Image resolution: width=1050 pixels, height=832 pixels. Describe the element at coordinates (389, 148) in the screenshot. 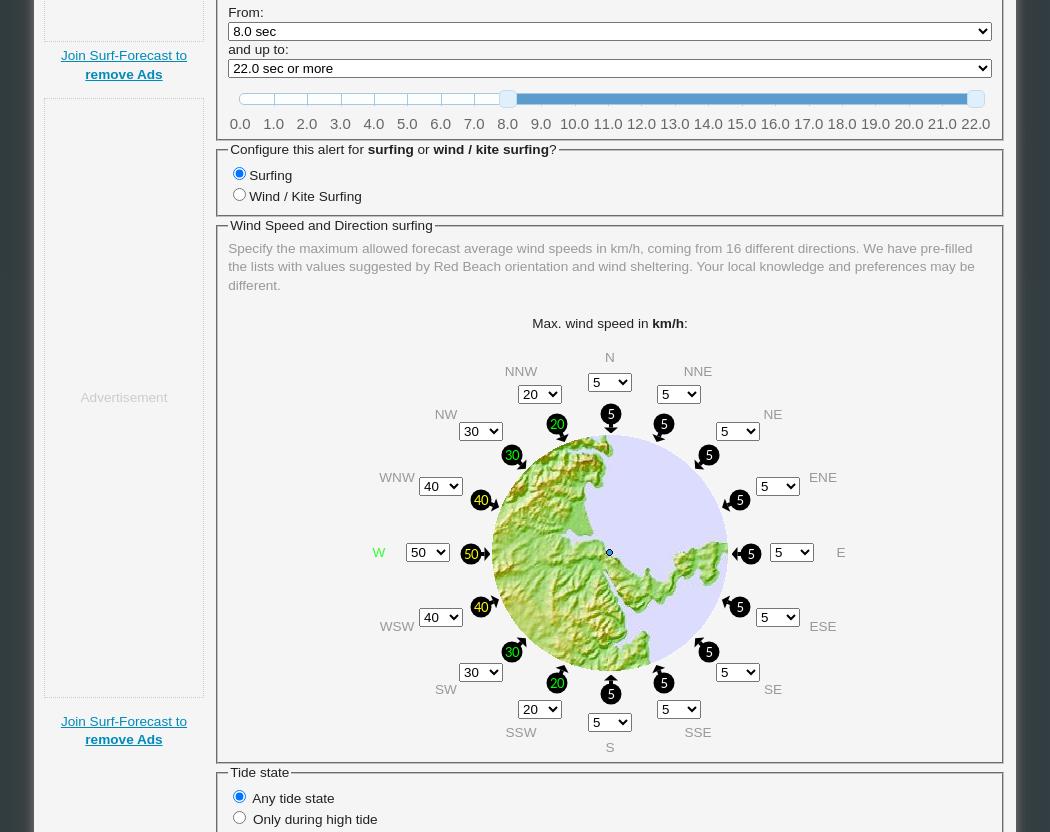

I see `'surfing'` at that location.